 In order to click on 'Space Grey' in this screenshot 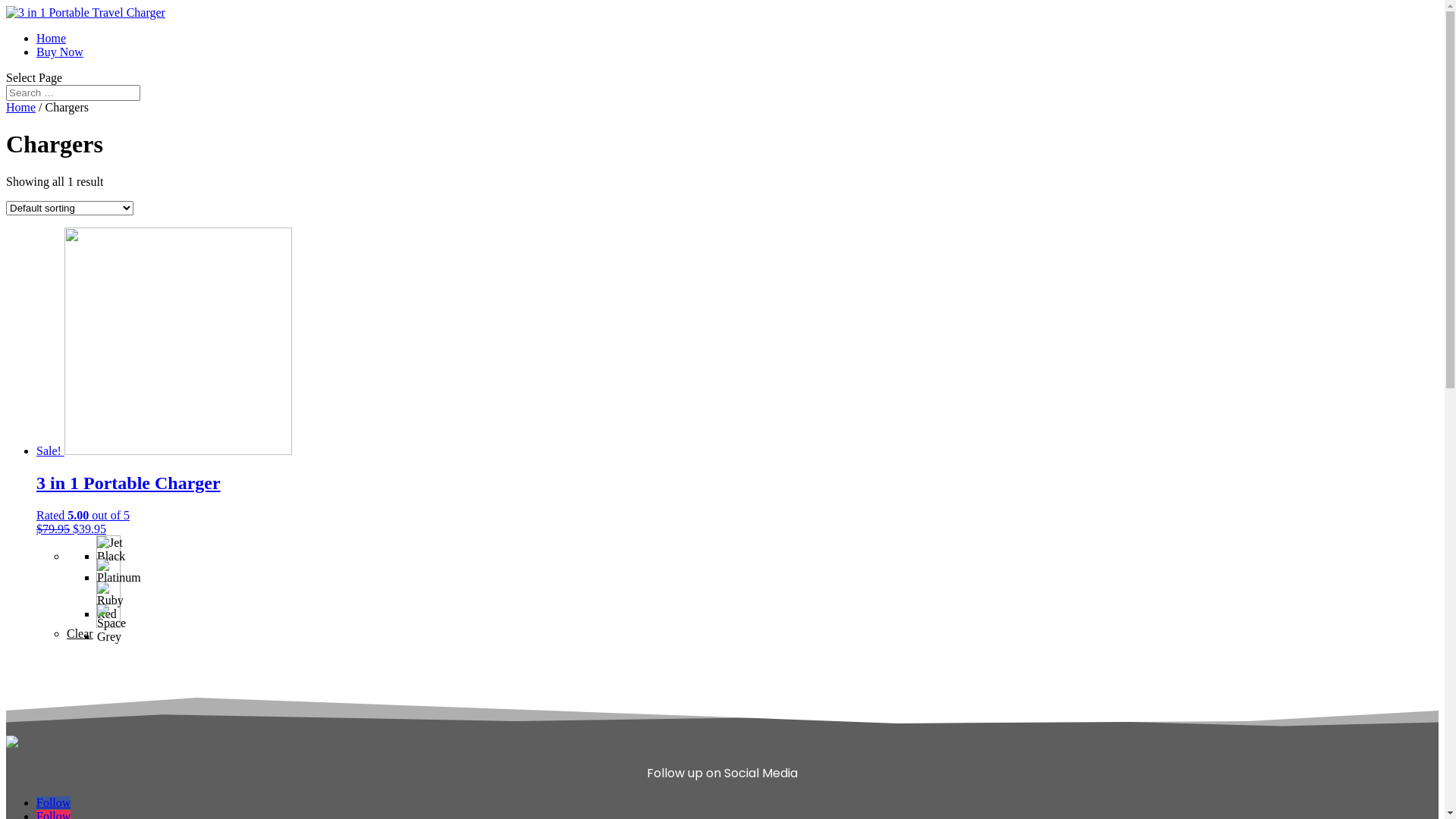, I will do `click(108, 616)`.